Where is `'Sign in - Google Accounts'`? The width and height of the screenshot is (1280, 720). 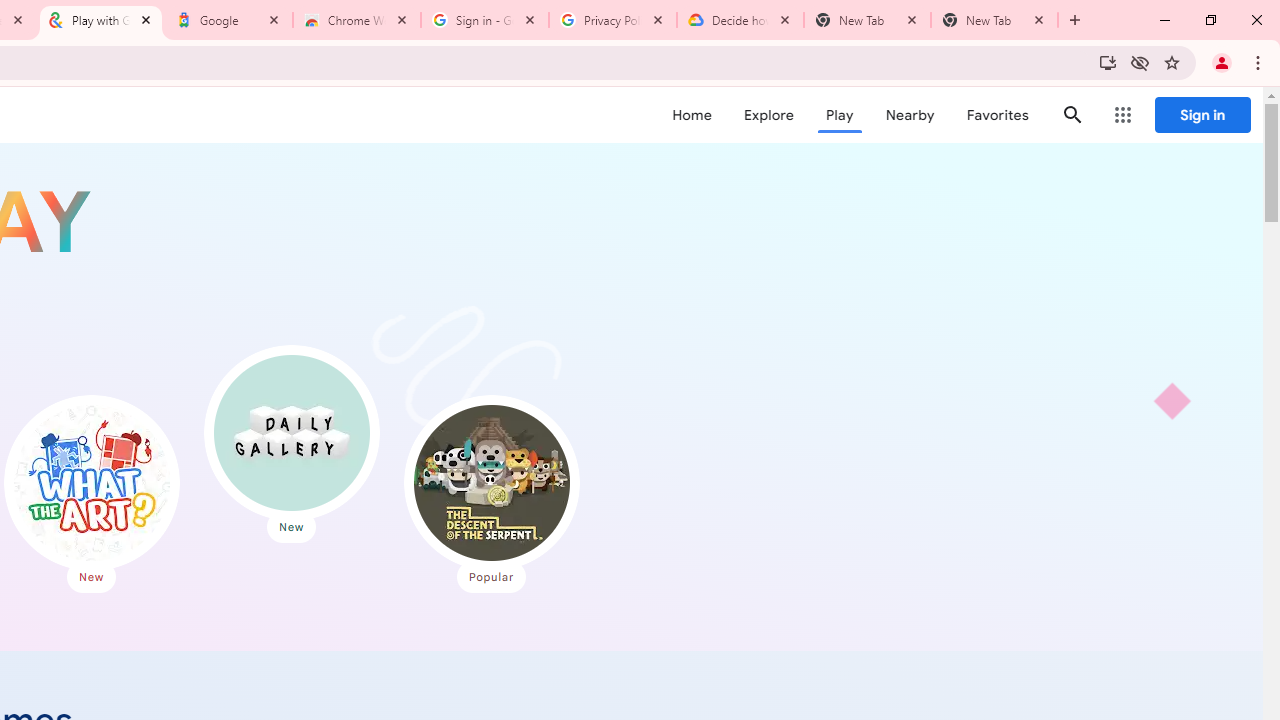 'Sign in - Google Accounts' is located at coordinates (485, 20).